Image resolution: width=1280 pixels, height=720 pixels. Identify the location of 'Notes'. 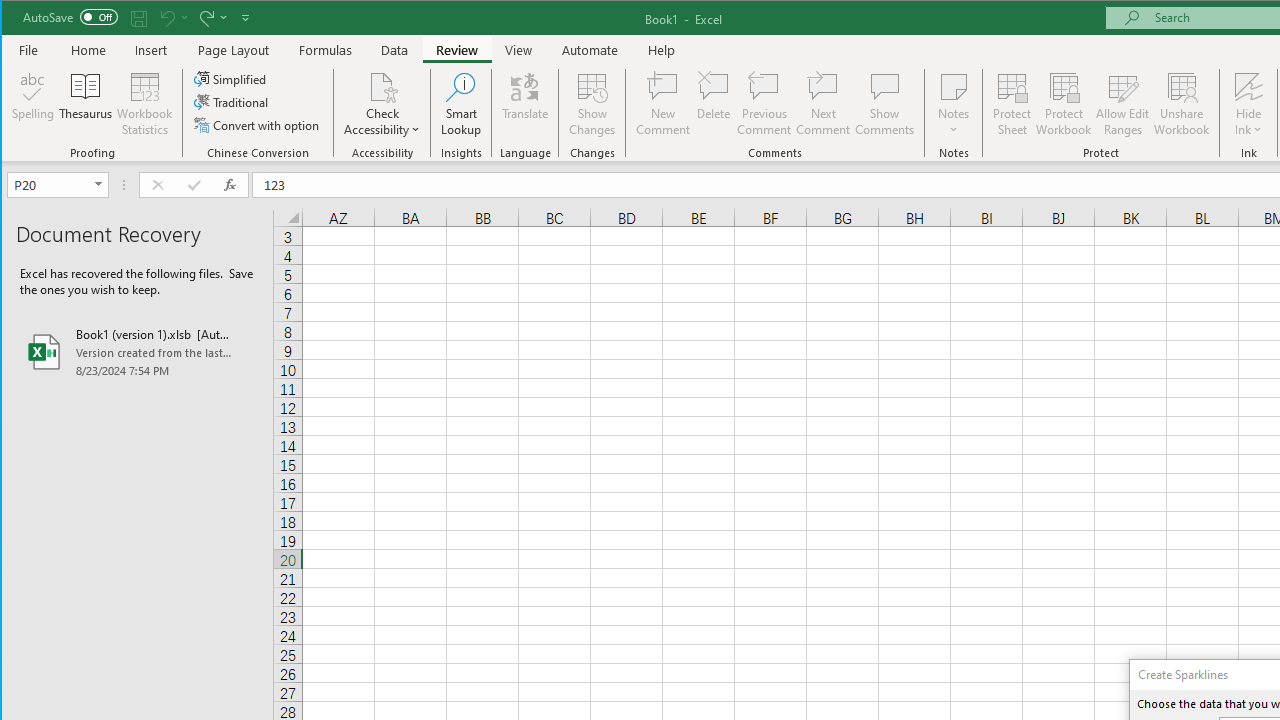
(953, 104).